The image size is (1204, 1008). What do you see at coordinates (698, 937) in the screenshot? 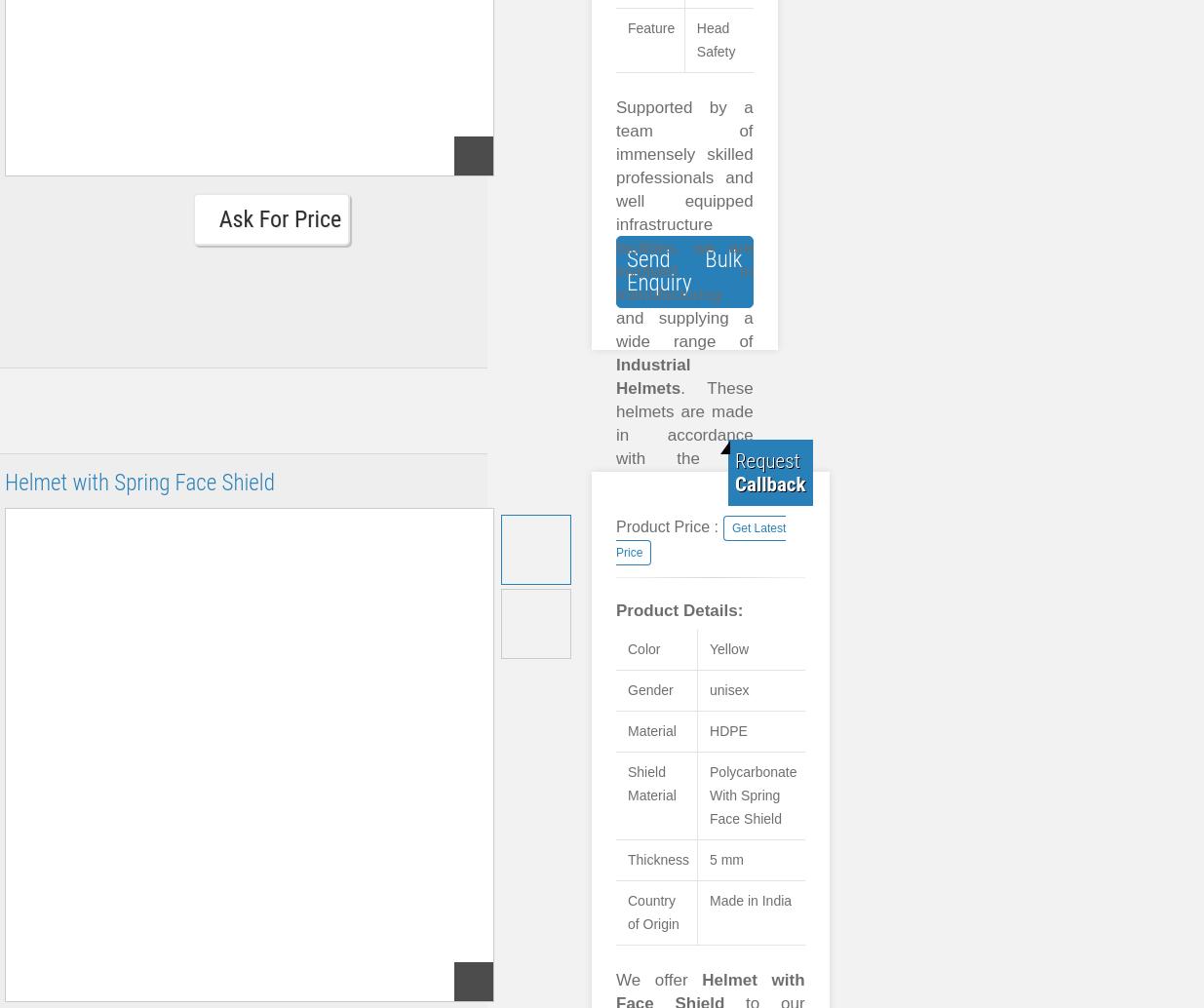
I see `'Durable finish standards'` at bounding box center [698, 937].